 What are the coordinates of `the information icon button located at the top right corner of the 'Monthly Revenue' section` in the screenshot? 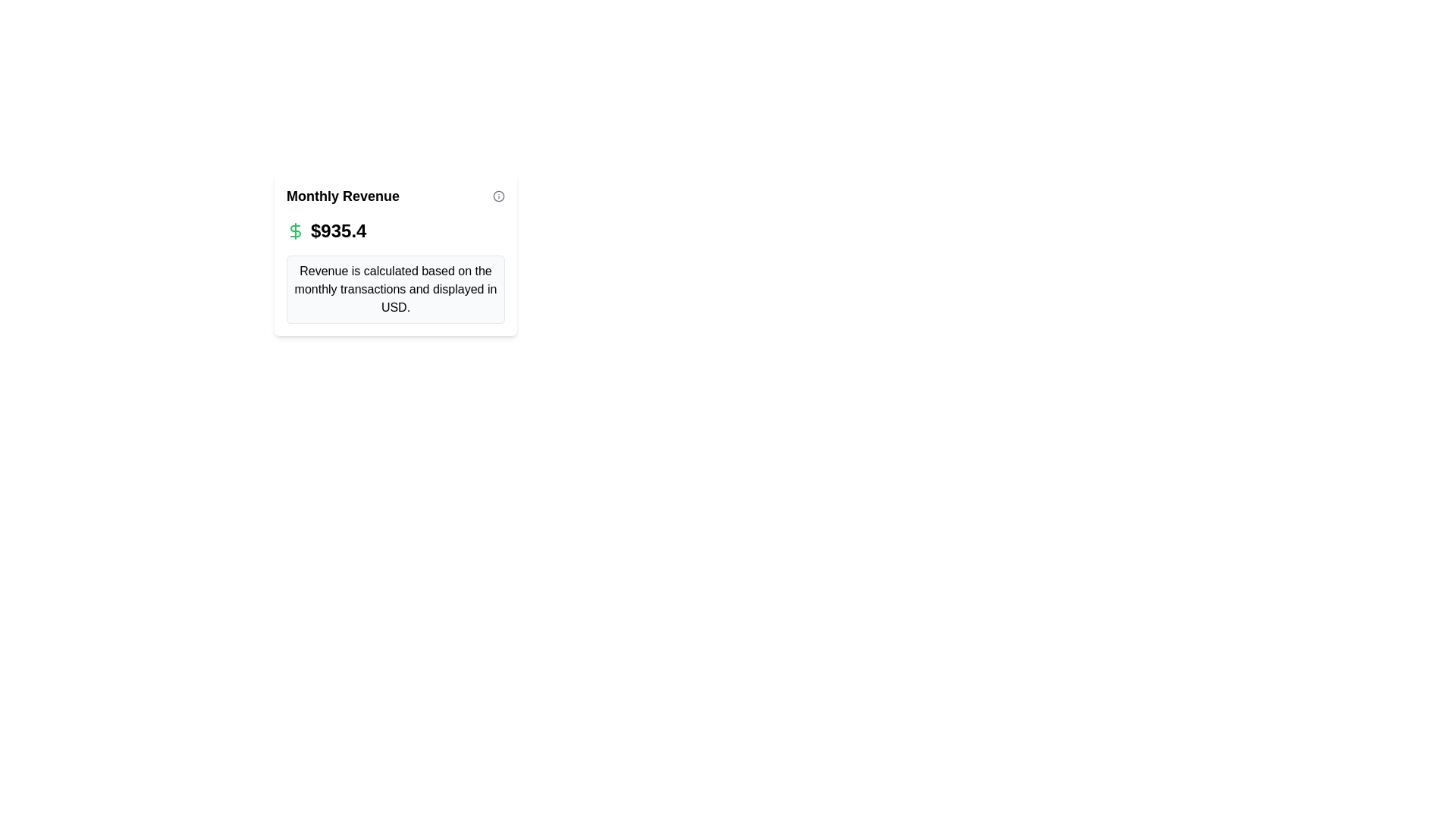 It's located at (498, 195).